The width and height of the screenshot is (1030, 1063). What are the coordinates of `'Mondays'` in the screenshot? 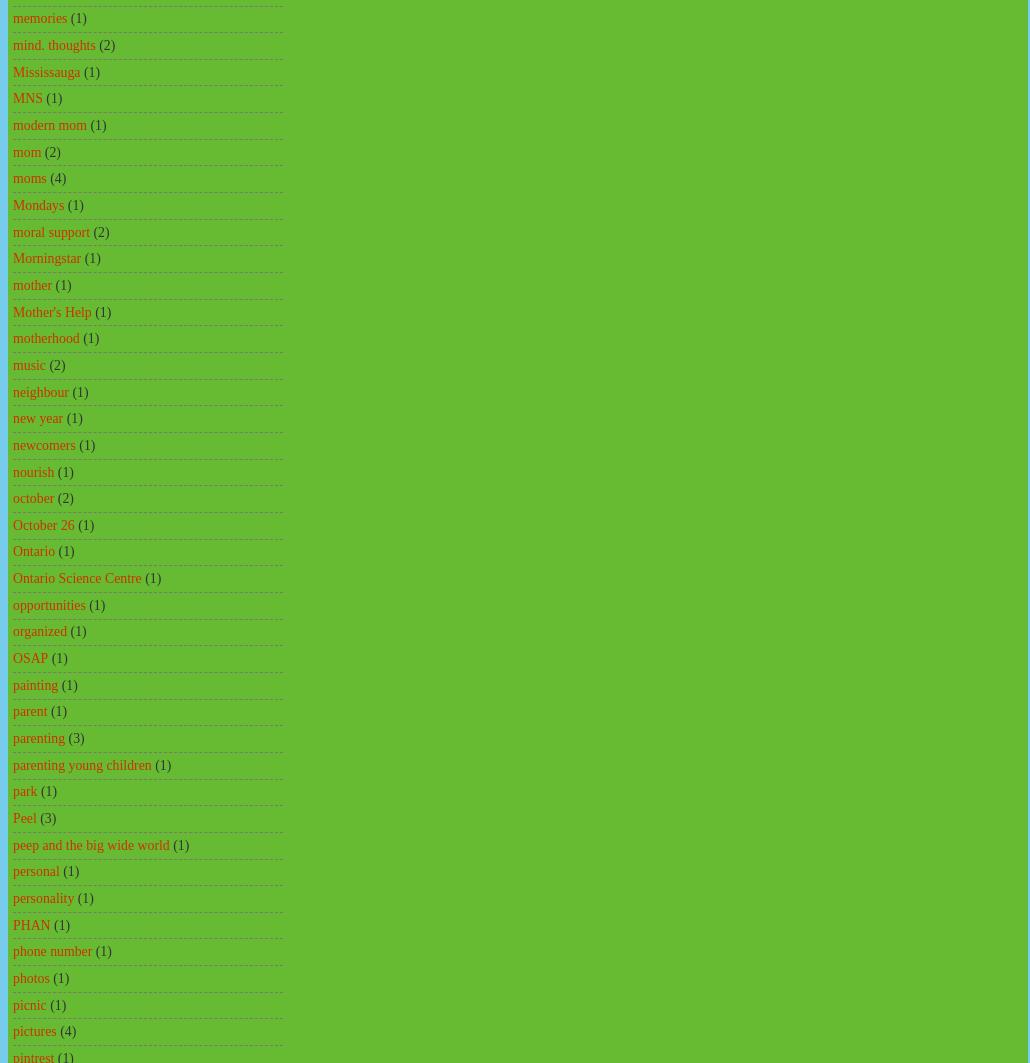 It's located at (38, 204).